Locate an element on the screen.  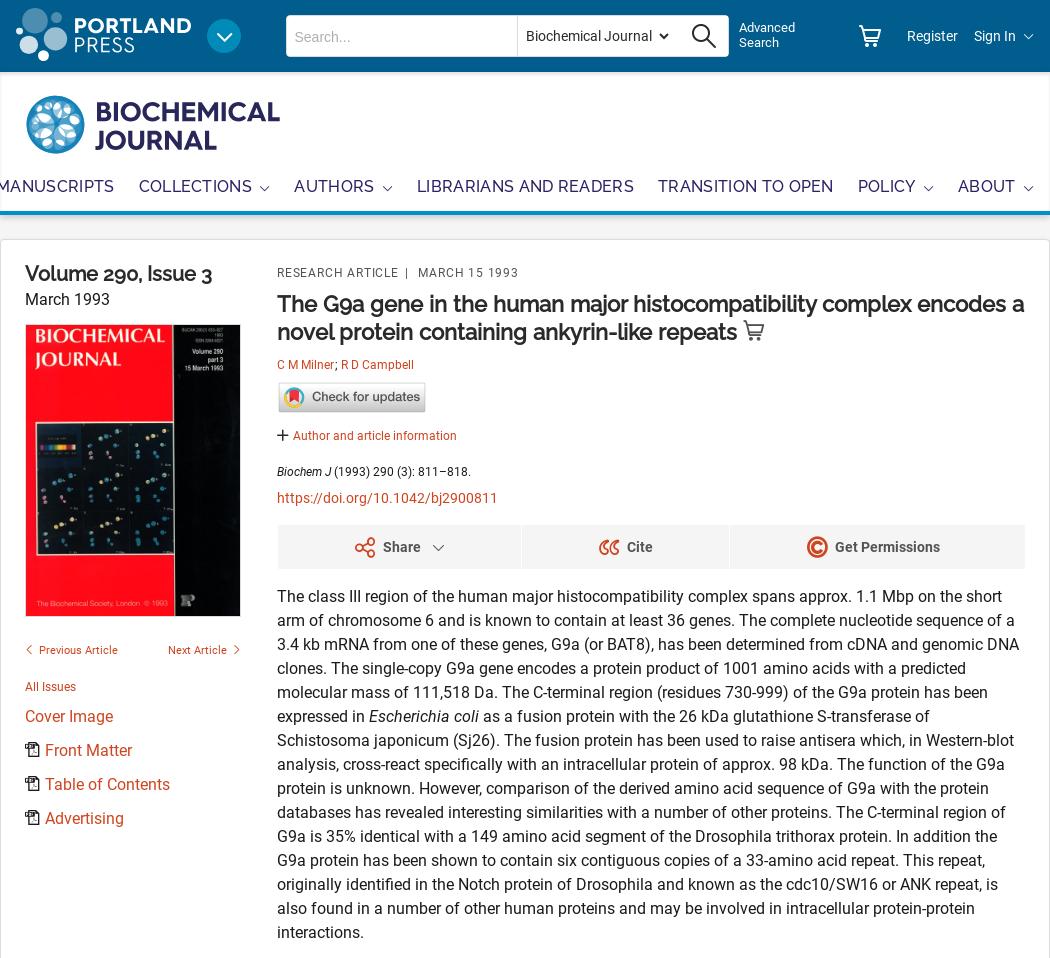
'Register' is located at coordinates (906, 35).